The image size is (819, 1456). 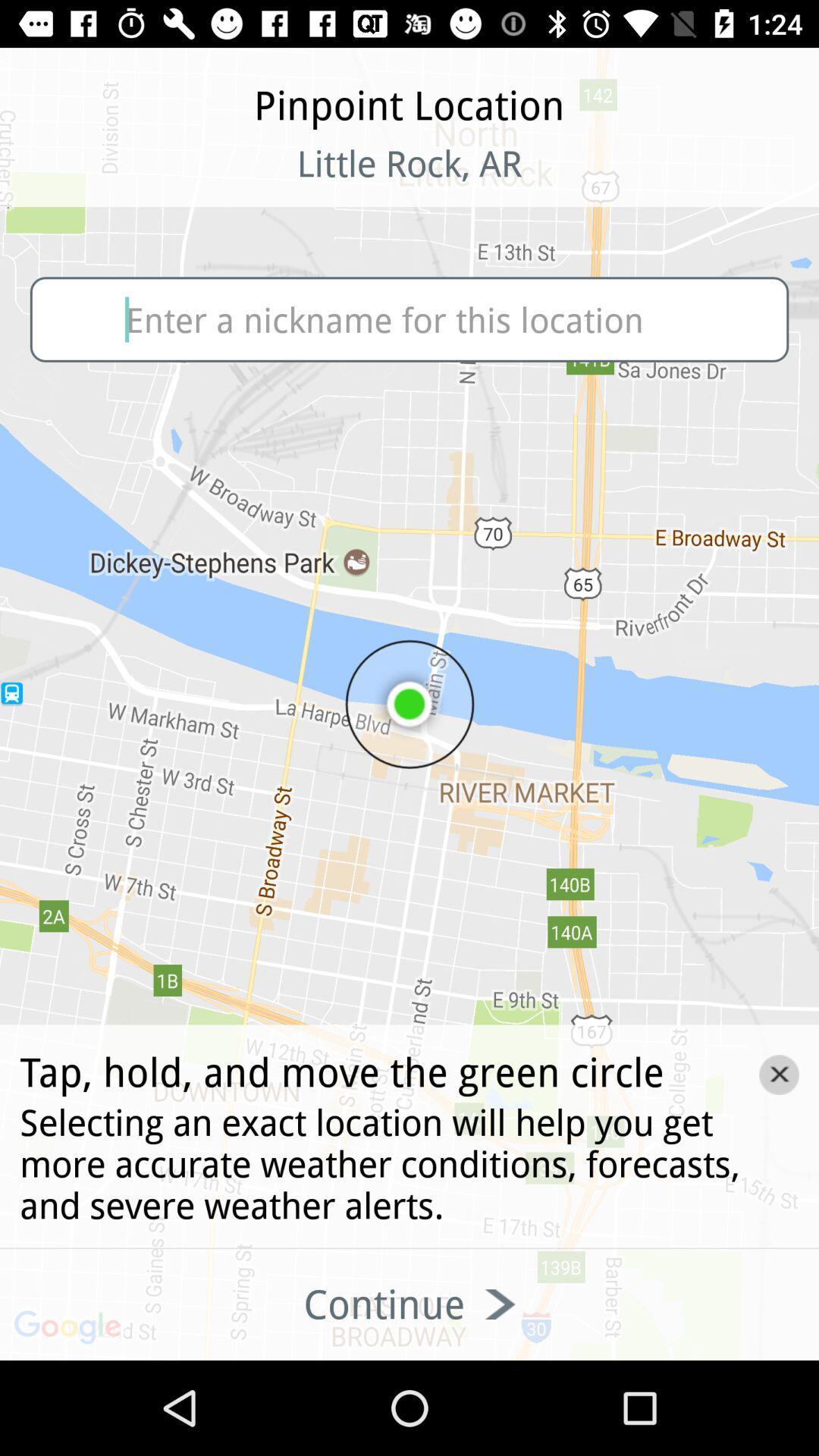 What do you see at coordinates (99, 182) in the screenshot?
I see `the more icon` at bounding box center [99, 182].